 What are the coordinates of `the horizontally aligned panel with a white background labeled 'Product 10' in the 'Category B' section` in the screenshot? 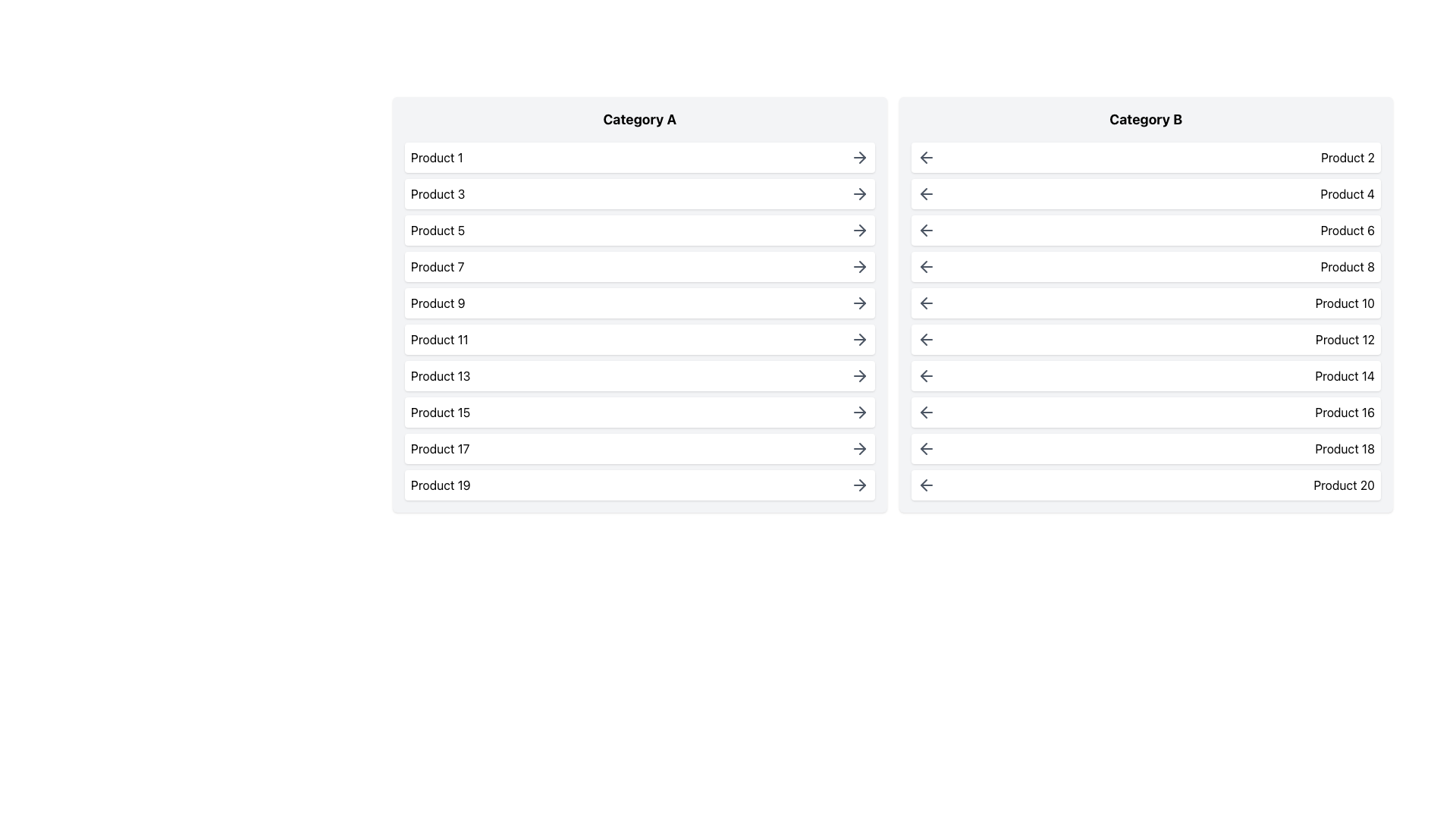 It's located at (1146, 303).